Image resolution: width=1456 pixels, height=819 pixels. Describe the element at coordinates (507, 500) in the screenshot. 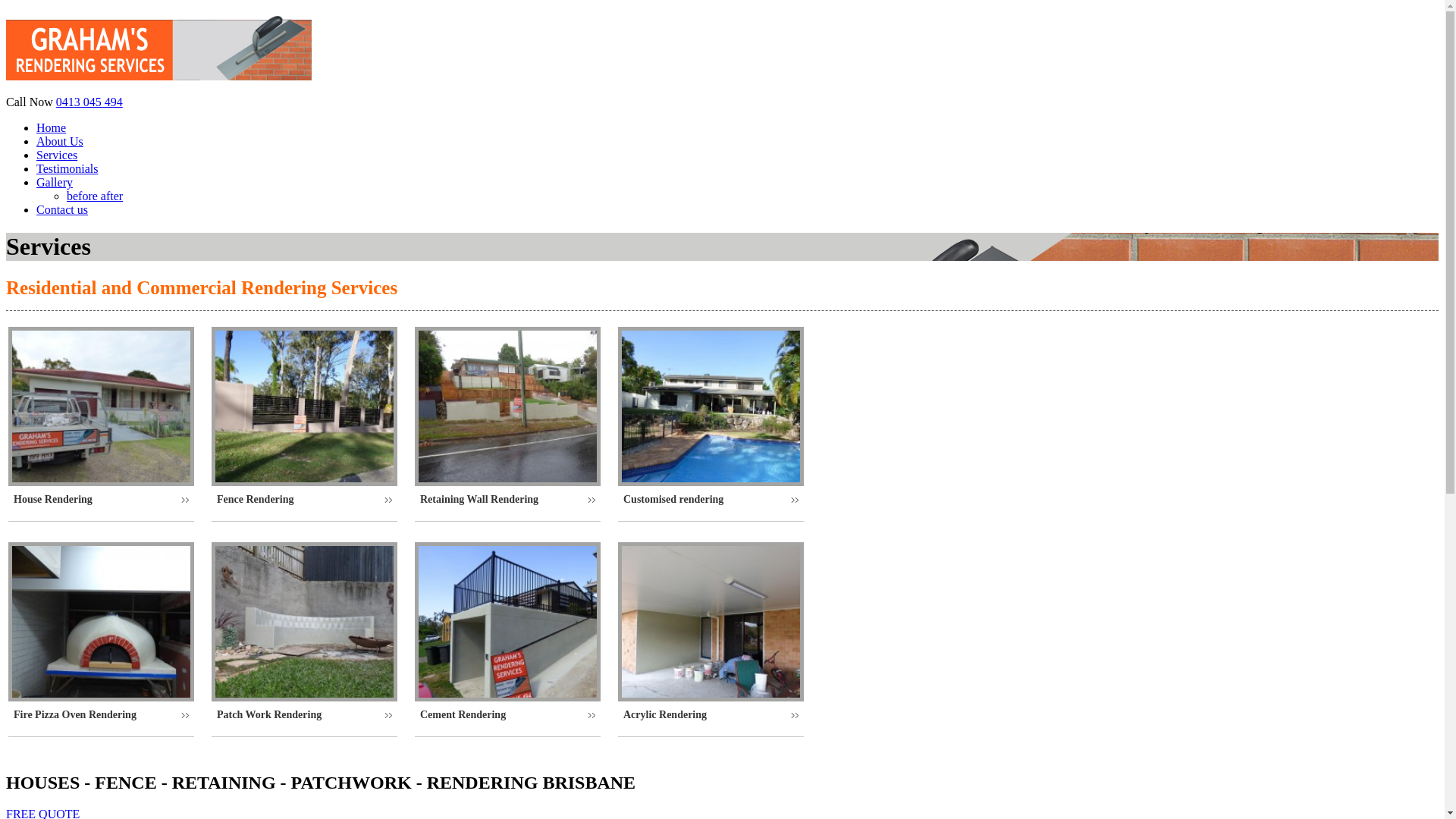

I see `'Retaining Wall Rendering'` at that location.